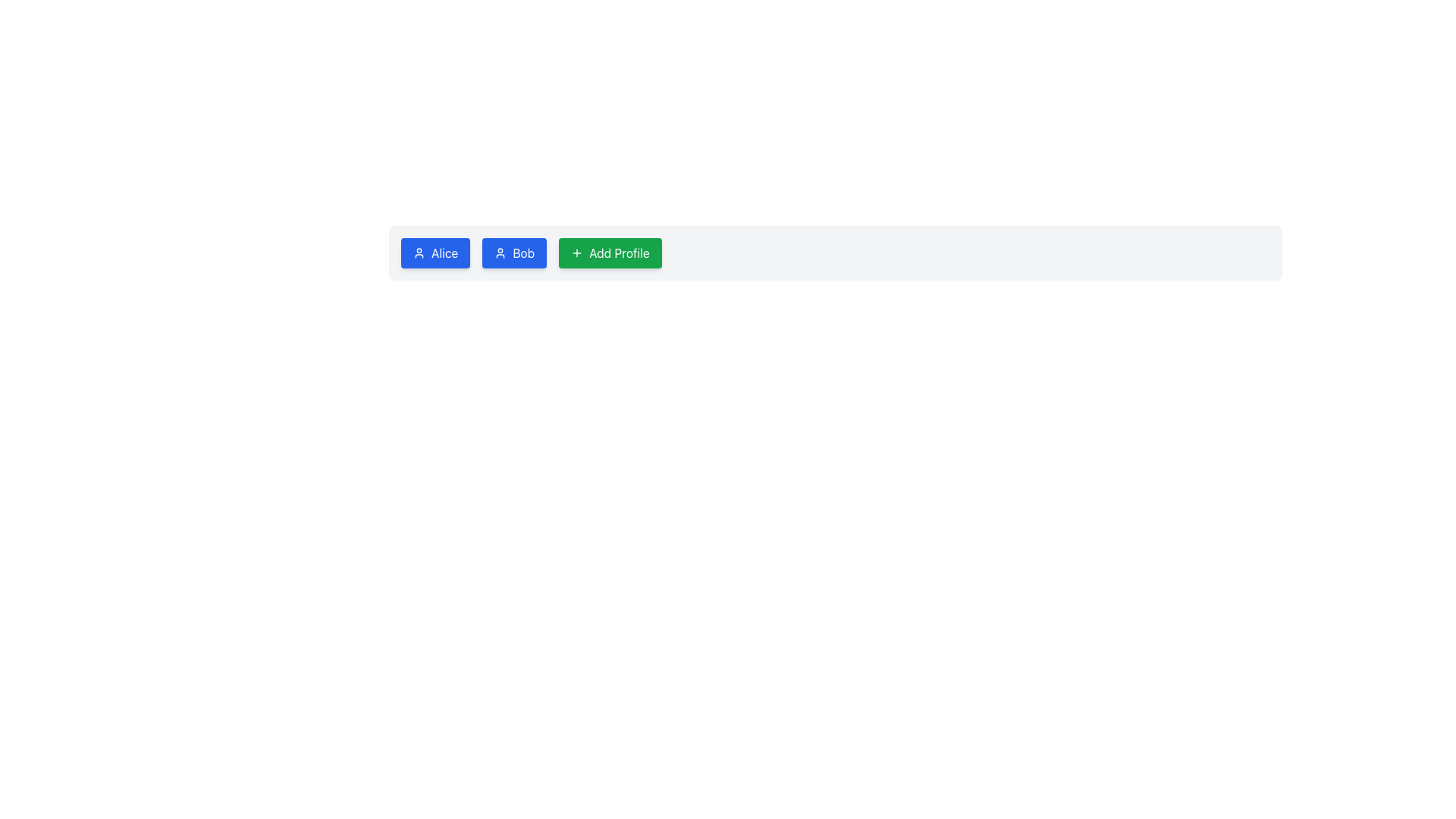 Image resolution: width=1456 pixels, height=819 pixels. I want to click on the rectangular button labeled 'Bob' with a blue background and white text to trigger the hover effect, so click(514, 253).